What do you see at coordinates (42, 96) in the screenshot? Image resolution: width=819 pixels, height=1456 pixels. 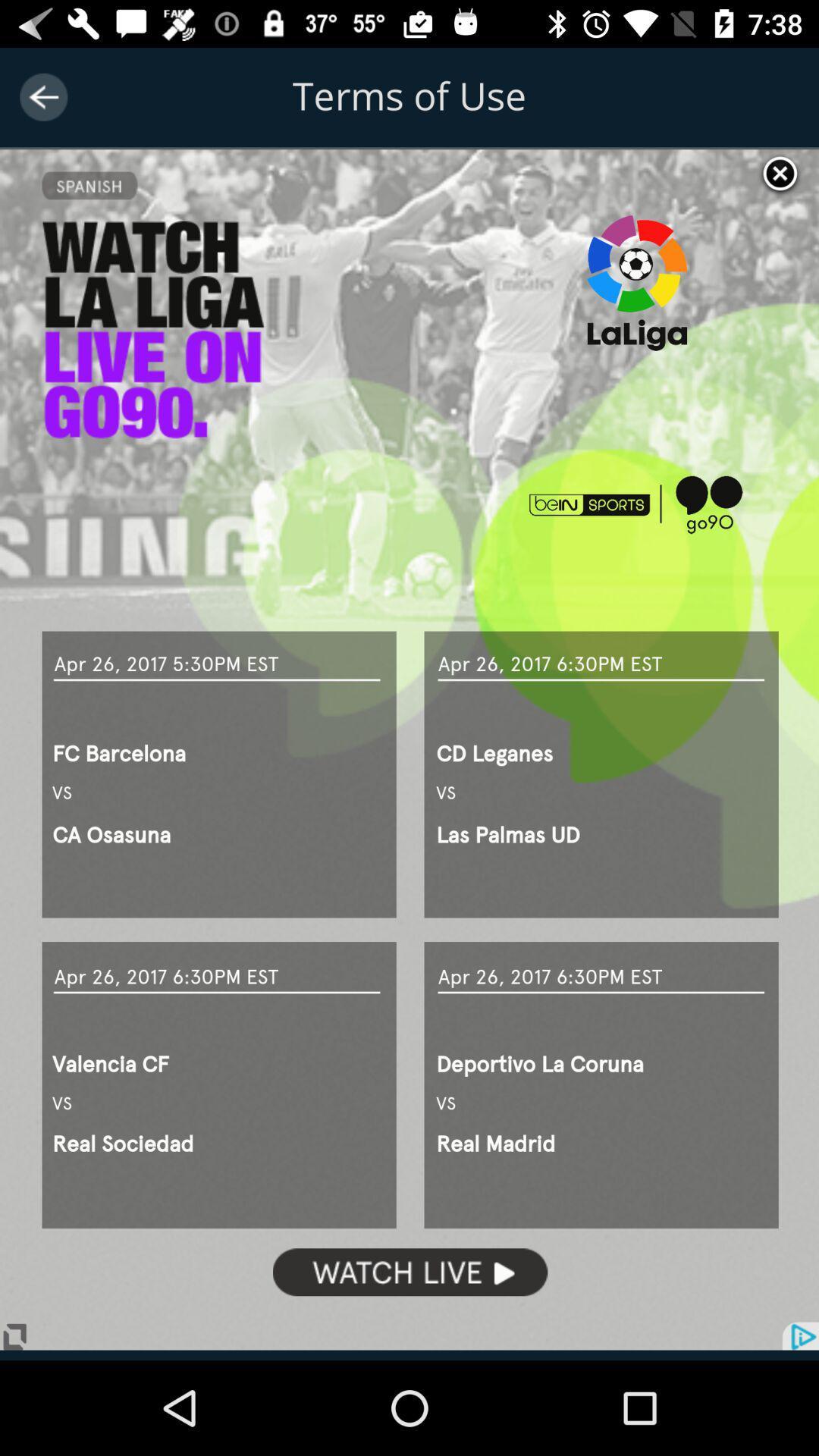 I see `the arrow_backward icon` at bounding box center [42, 96].